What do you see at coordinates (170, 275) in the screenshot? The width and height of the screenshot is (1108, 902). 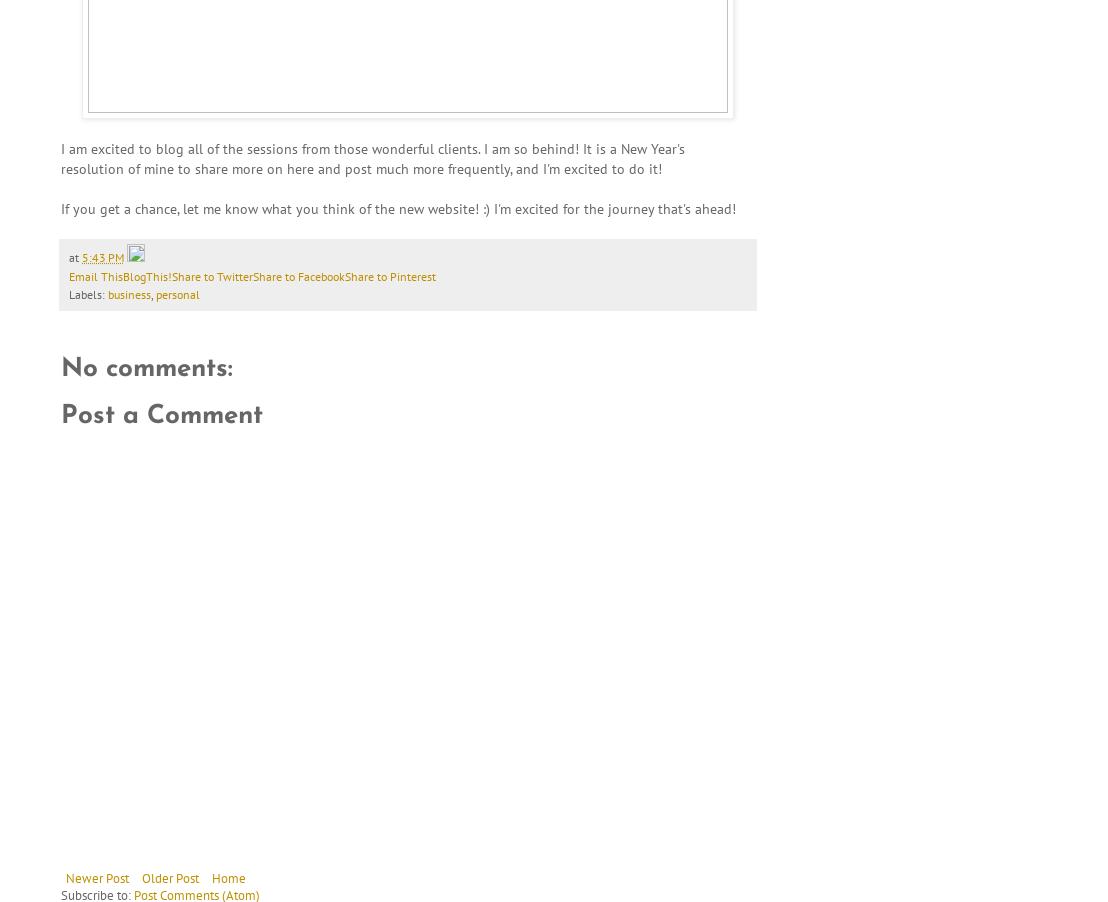 I see `'Share to Twitter'` at bounding box center [170, 275].